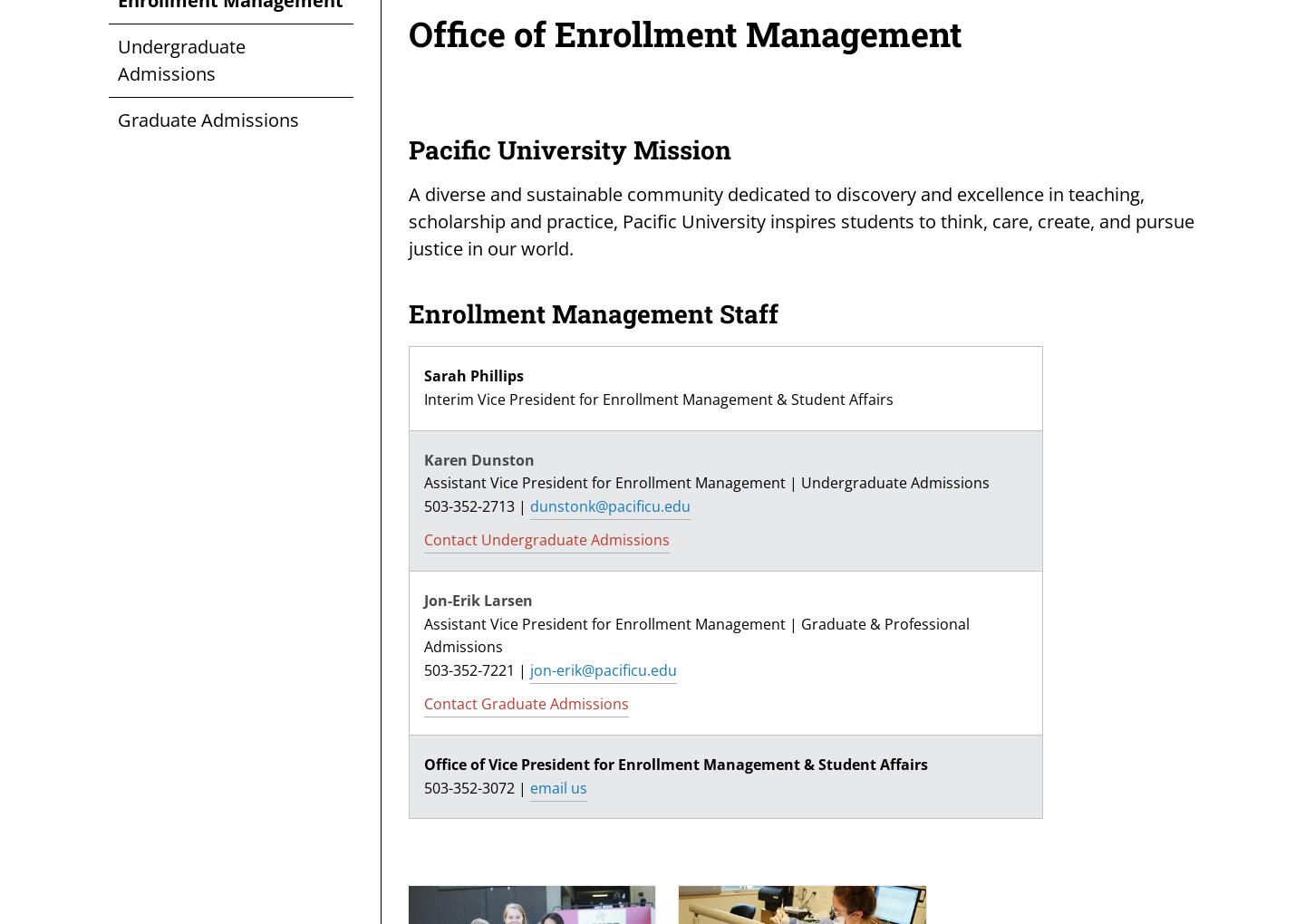  What do you see at coordinates (476, 669) in the screenshot?
I see `'503-352-7221 |'` at bounding box center [476, 669].